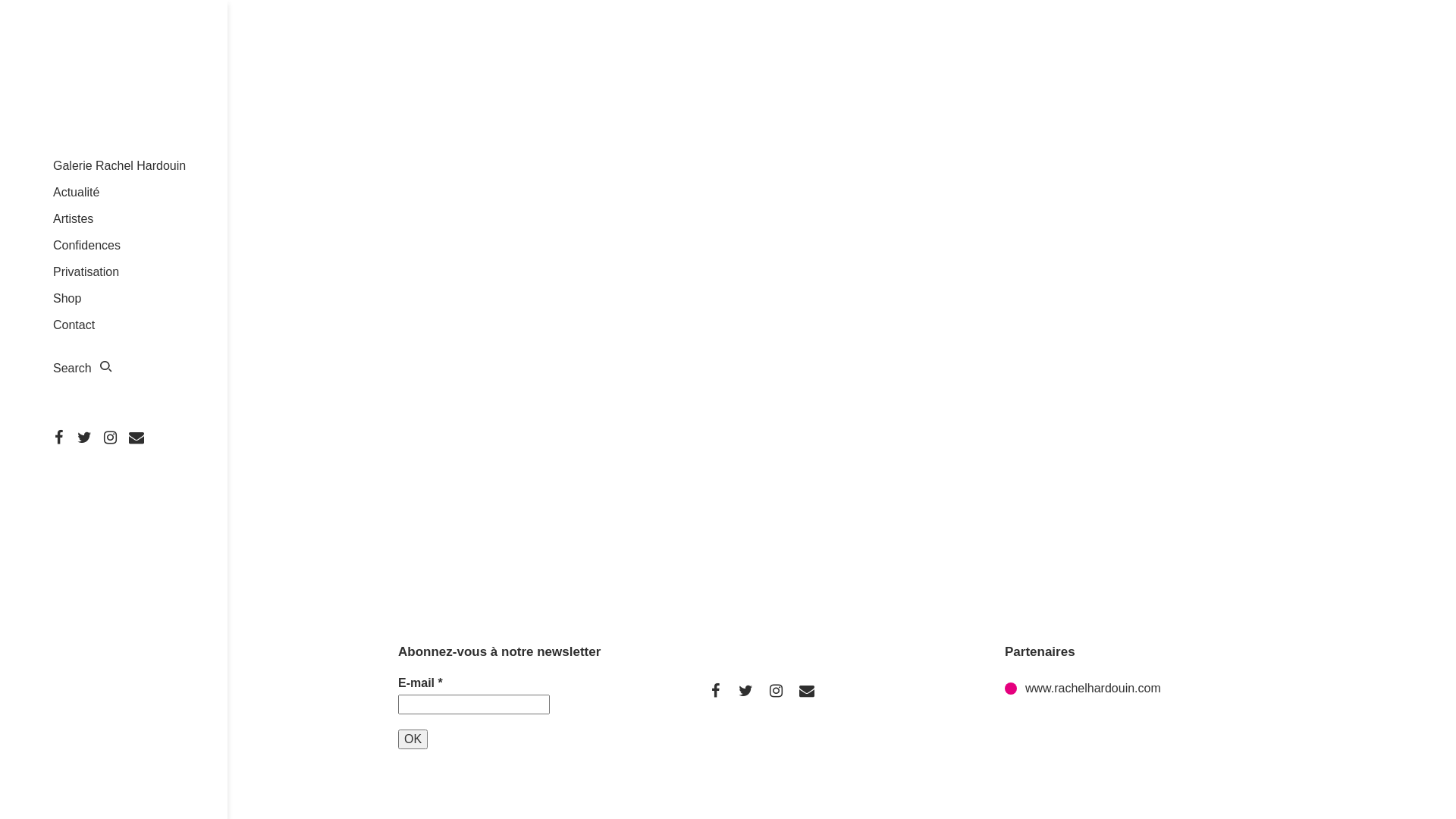 The height and width of the screenshot is (819, 1456). What do you see at coordinates (472, 704) in the screenshot?
I see `'E-mail'` at bounding box center [472, 704].